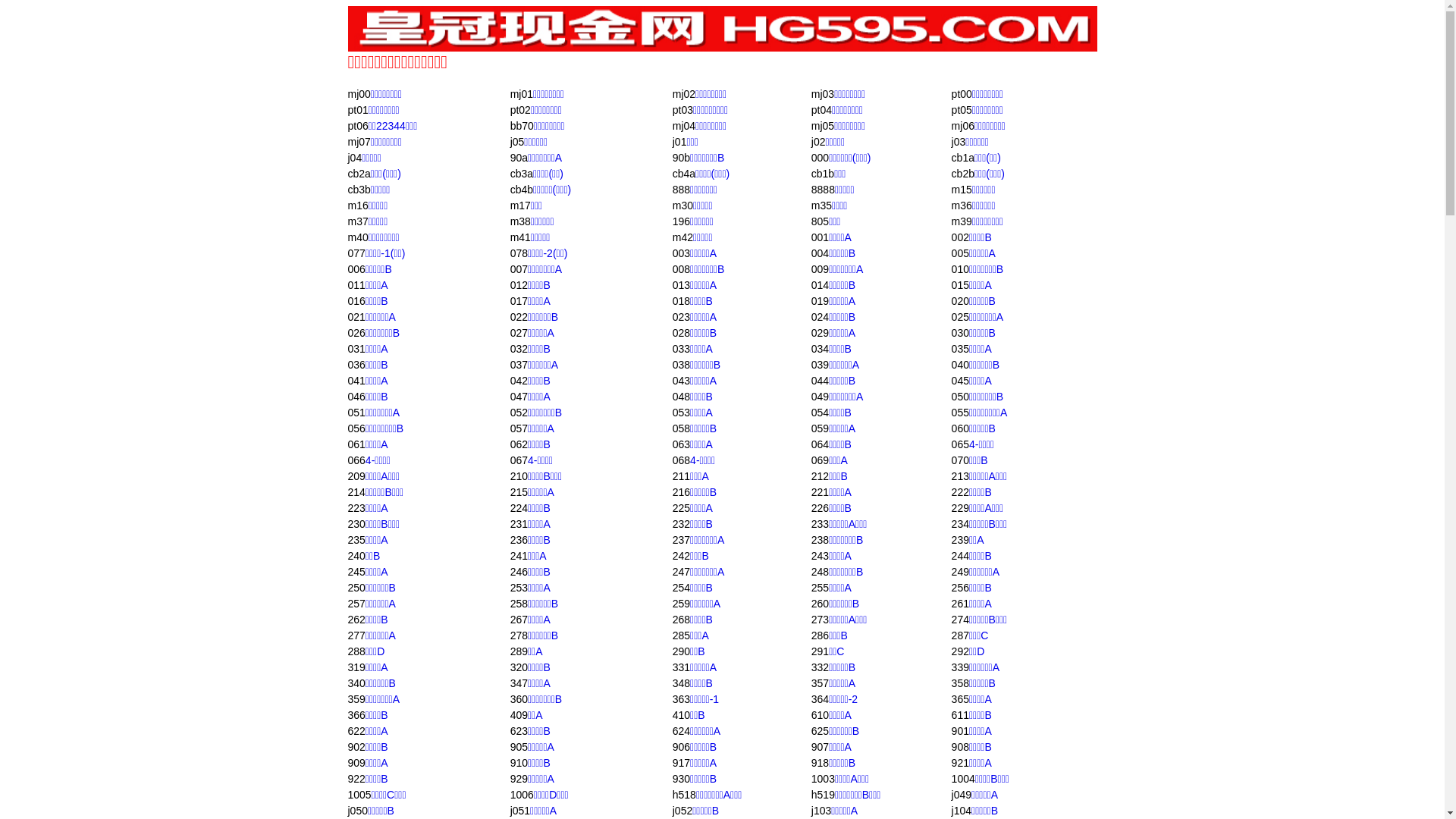 The image size is (1456, 819). What do you see at coordinates (355, 315) in the screenshot?
I see `'021'` at bounding box center [355, 315].